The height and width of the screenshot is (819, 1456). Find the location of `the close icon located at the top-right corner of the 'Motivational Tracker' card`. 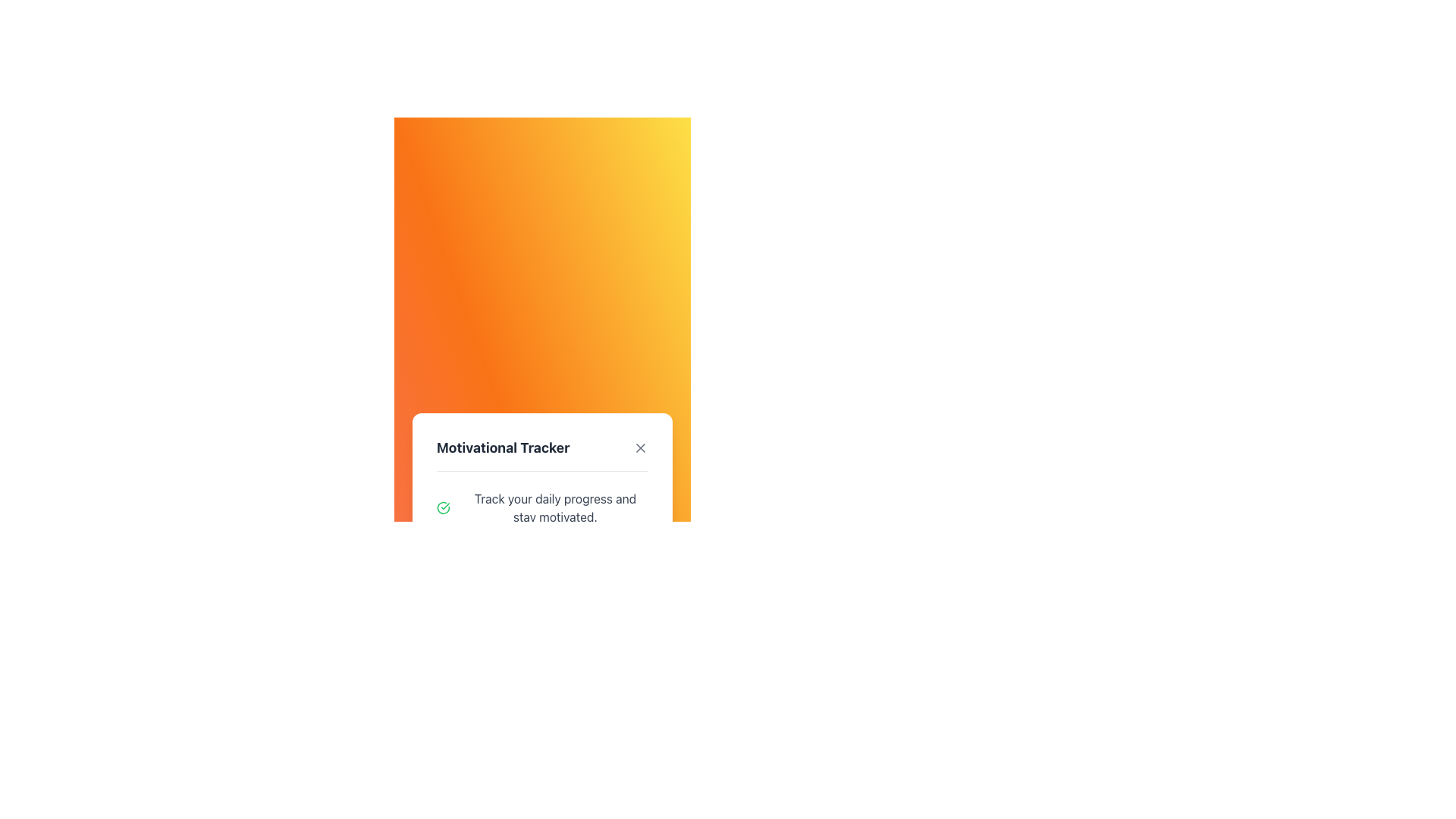

the close icon located at the top-right corner of the 'Motivational Tracker' card is located at coordinates (640, 447).